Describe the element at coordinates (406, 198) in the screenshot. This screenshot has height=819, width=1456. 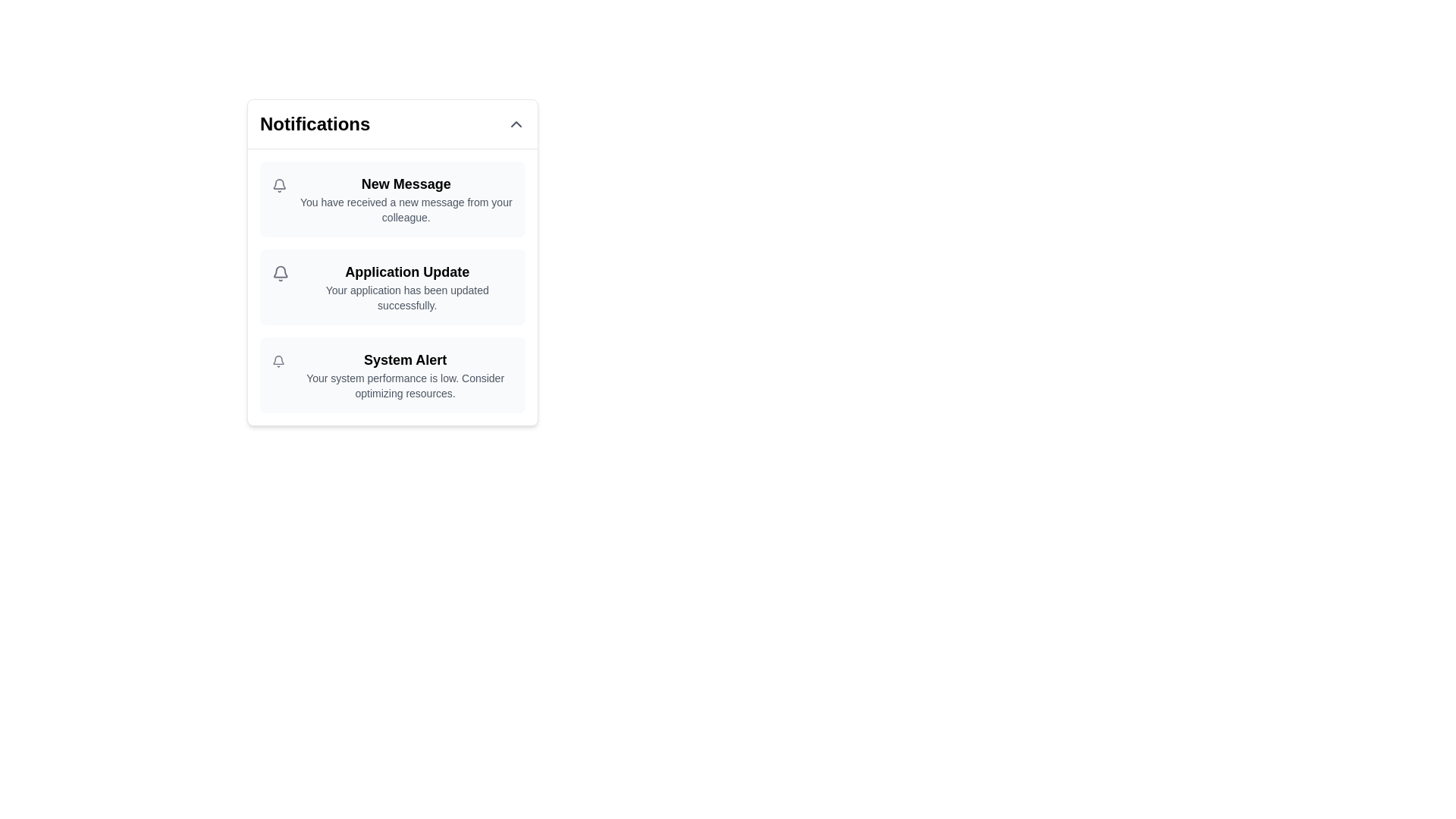
I see `the notification summary text block, which is the first item in the vertical notification list located below the 'Notifications' header` at that location.